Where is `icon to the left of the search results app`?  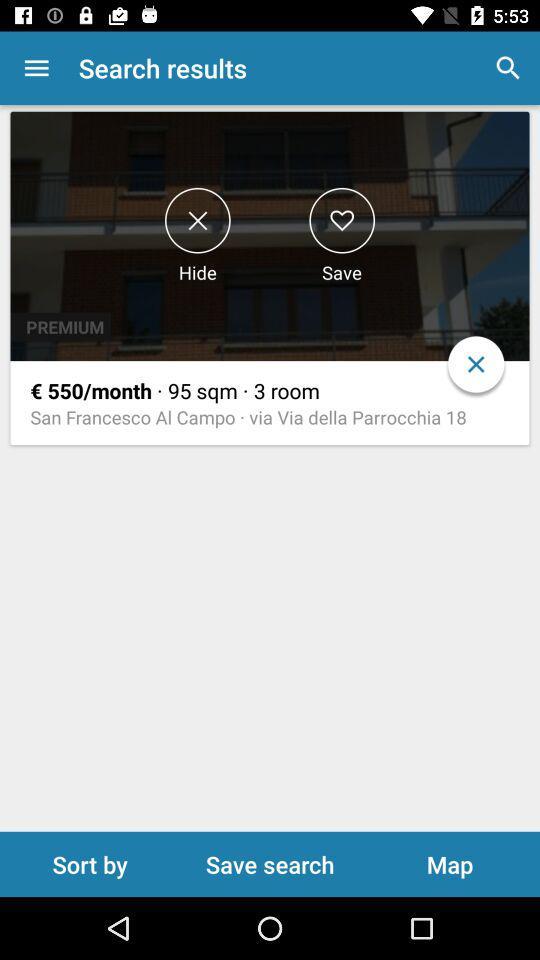
icon to the left of the search results app is located at coordinates (36, 68).